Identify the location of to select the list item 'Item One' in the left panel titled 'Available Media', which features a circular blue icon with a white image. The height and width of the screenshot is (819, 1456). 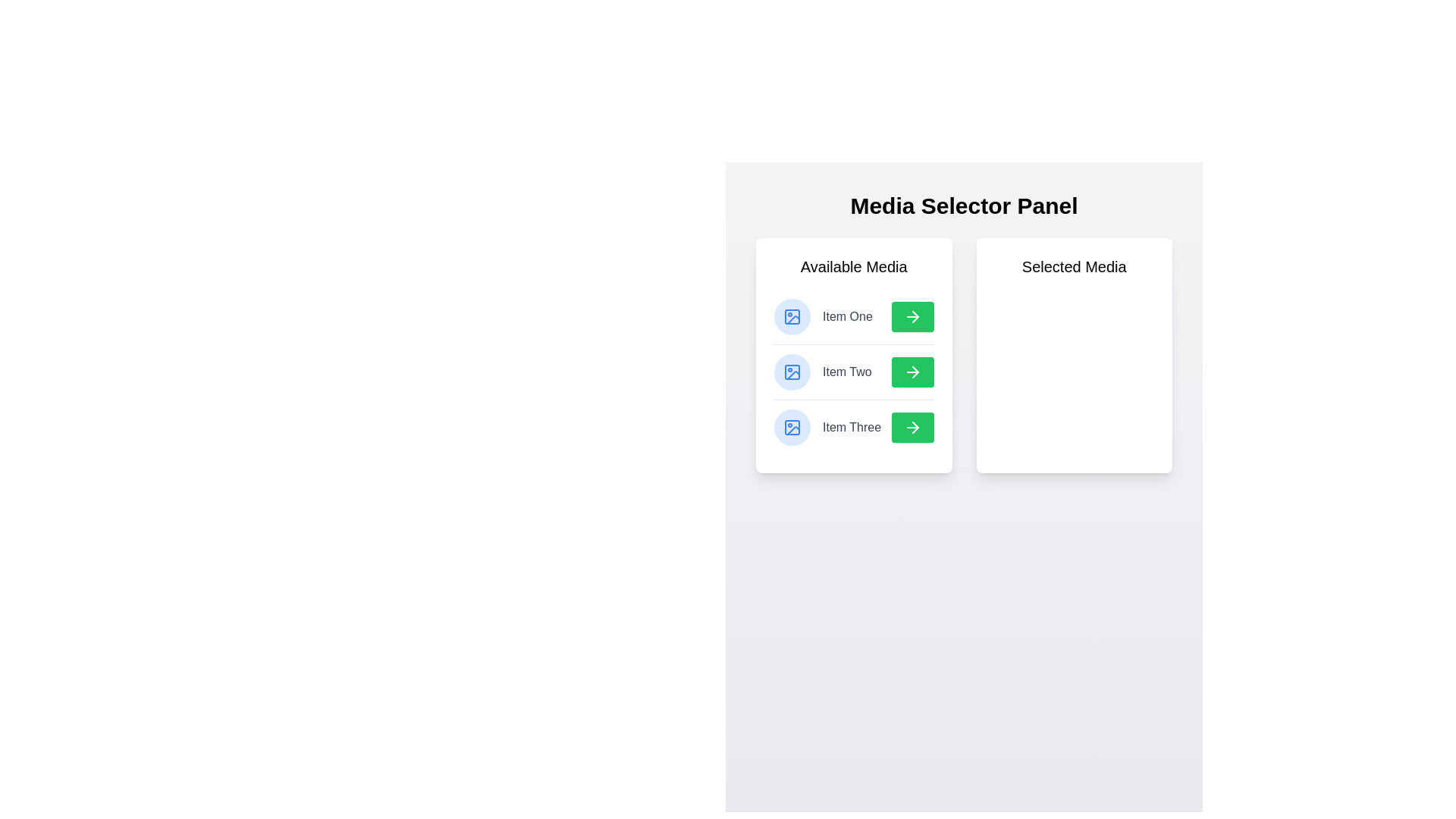
(822, 315).